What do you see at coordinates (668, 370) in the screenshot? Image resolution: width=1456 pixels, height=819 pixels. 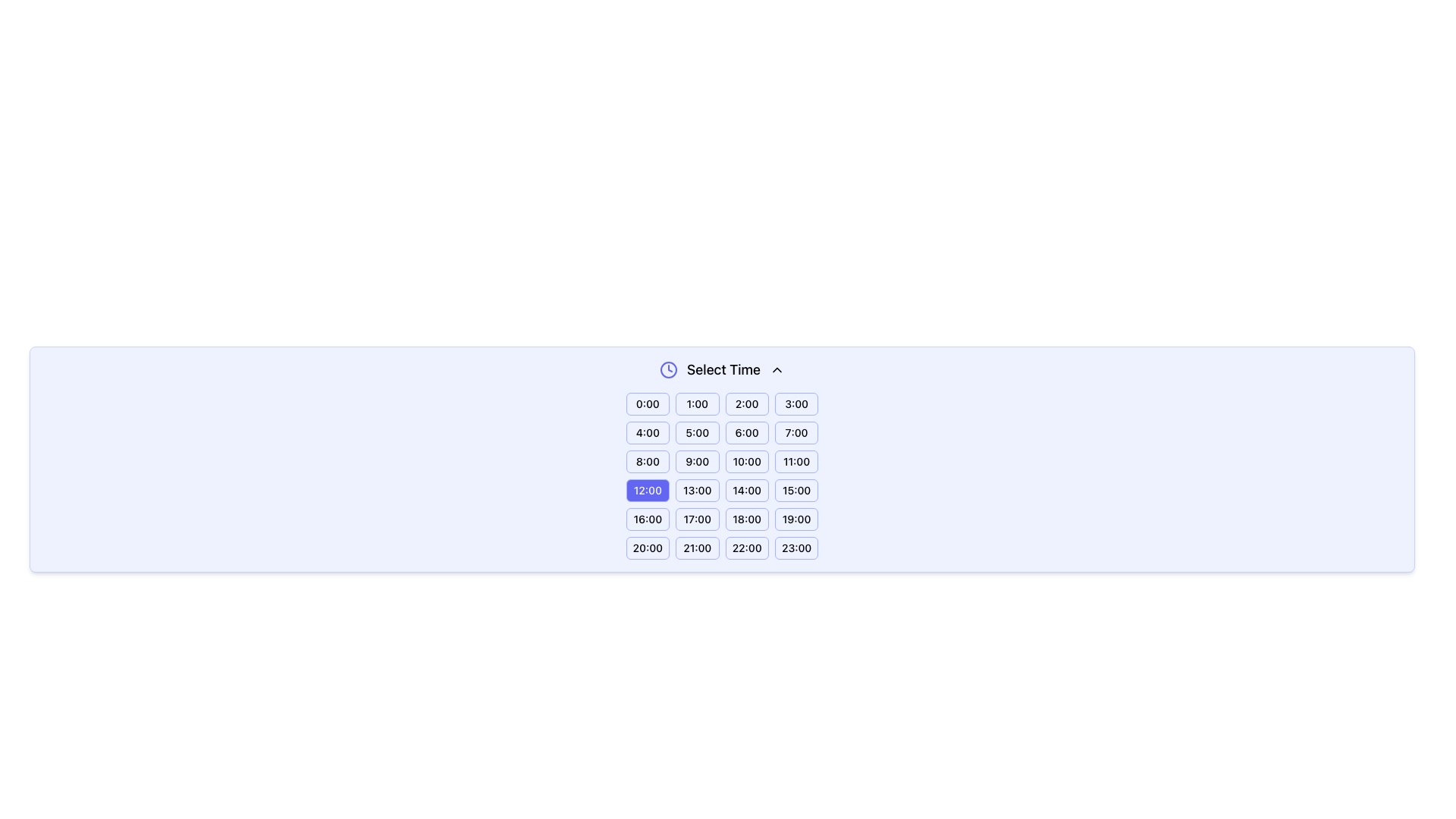 I see `the icon that visually represents the 'Select Time' functionality, located immediately to the left of the text 'Select Time'` at bounding box center [668, 370].